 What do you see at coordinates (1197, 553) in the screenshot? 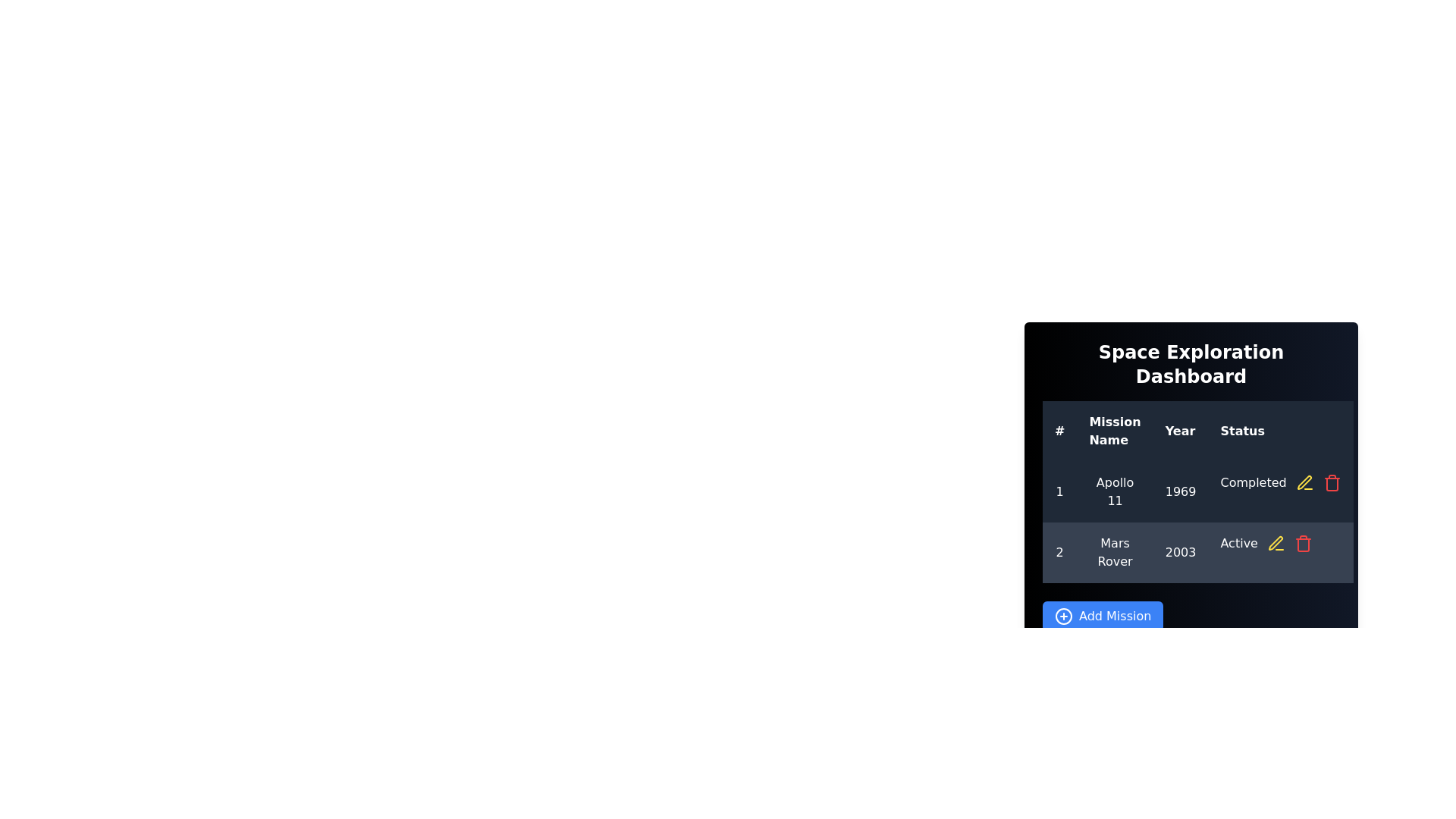
I see `the second row in the table under the 'Space Exploration Dashboard' that displays mission details, including the mission number, name, year, and status, located below the 'Apollo 11' row` at bounding box center [1197, 553].